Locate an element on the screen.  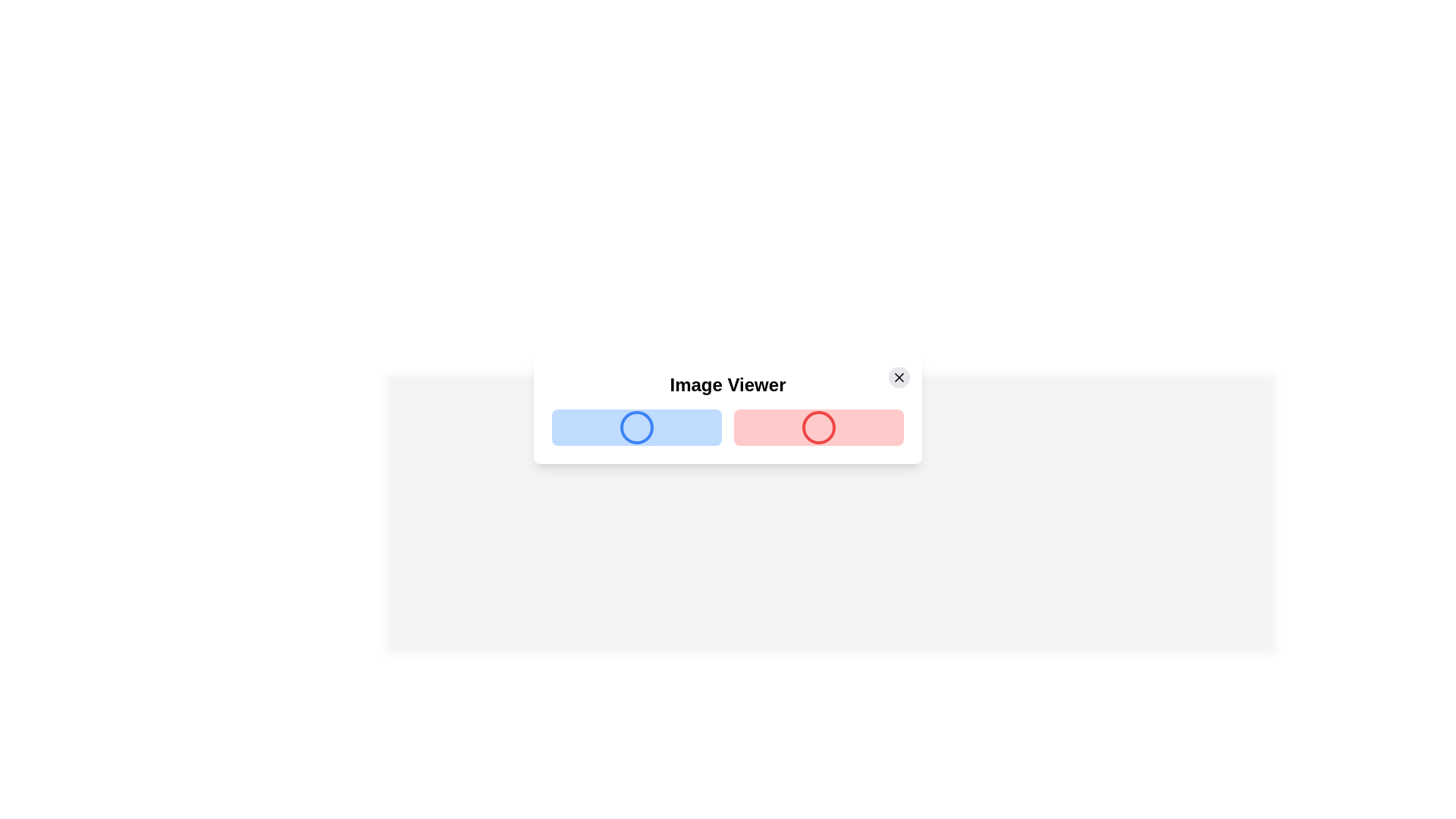
the close button represented by a small square icon with an 'X' symbol, located in the top-right corner of the 'Image Viewer' dialog is located at coordinates (899, 376).